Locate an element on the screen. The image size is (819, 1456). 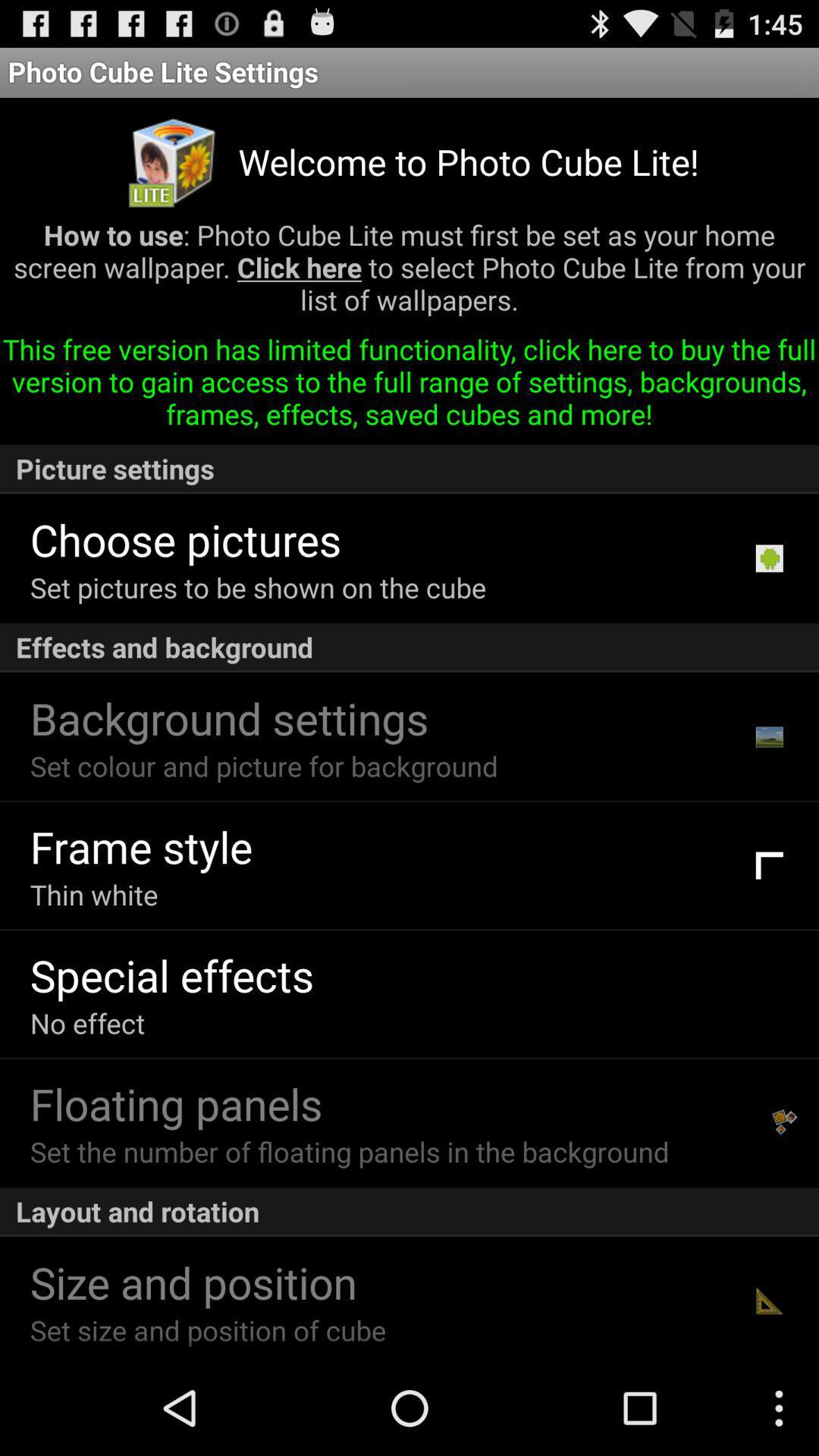
the icon next to the set size and icon is located at coordinates (769, 1300).